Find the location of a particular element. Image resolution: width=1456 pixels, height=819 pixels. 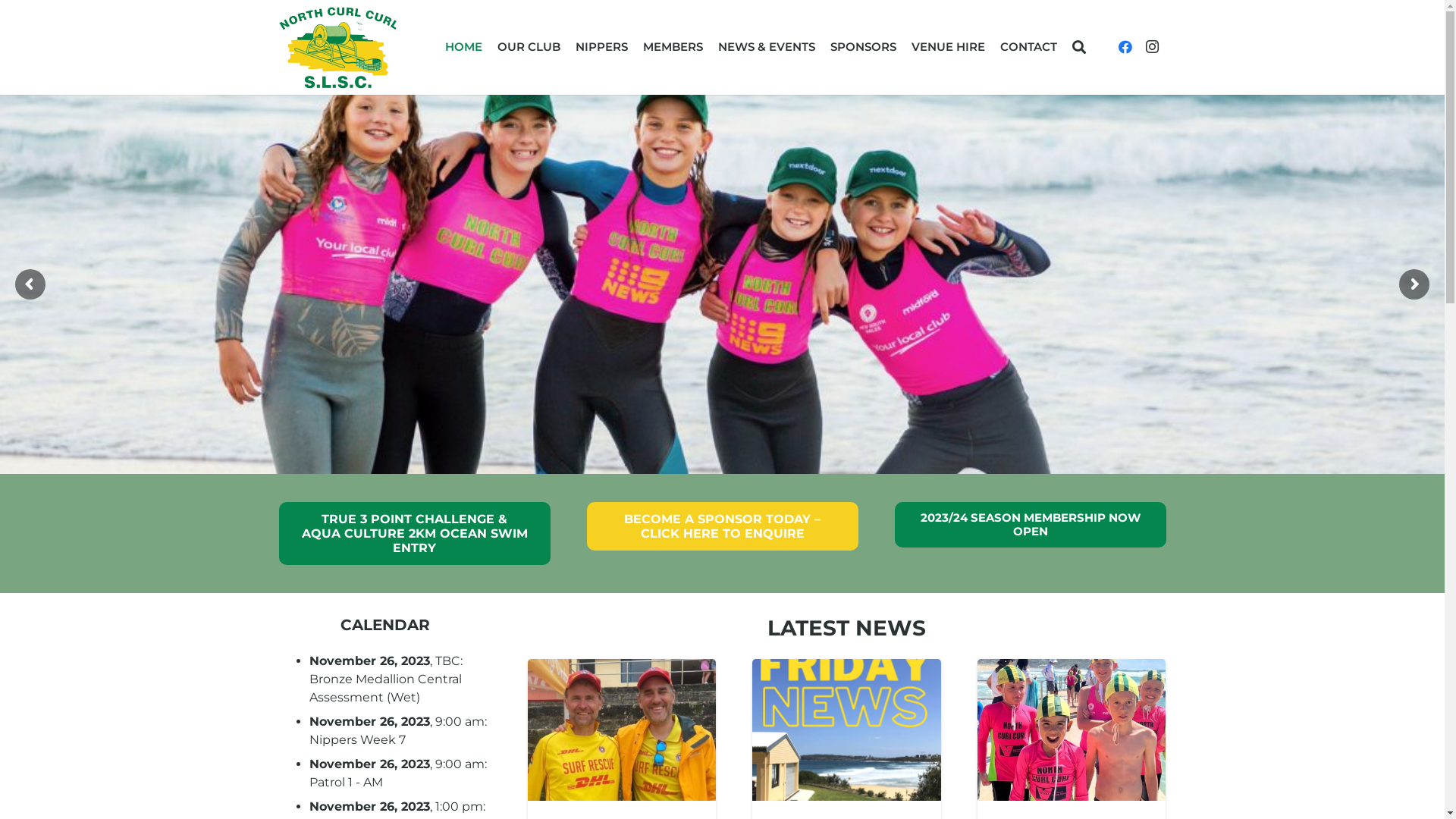

'VENUE HIRE' is located at coordinates (947, 45).